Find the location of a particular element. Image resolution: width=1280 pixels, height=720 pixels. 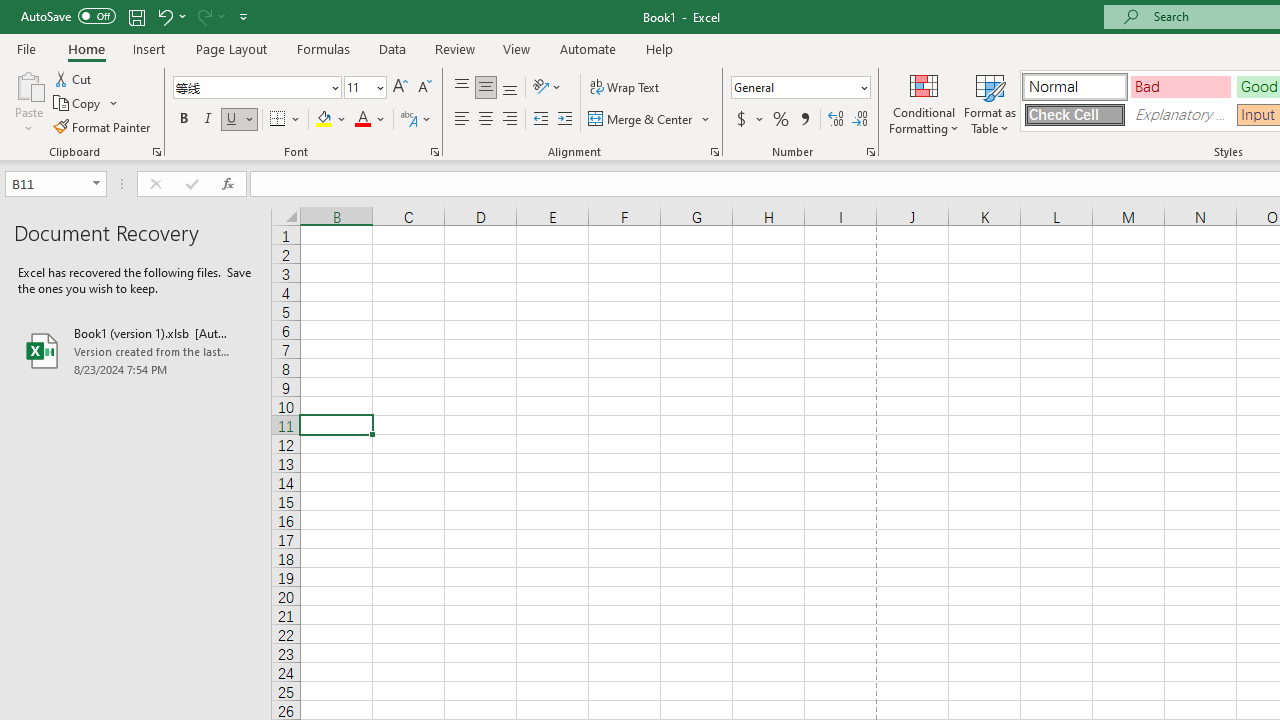

'Undo' is located at coordinates (164, 16).